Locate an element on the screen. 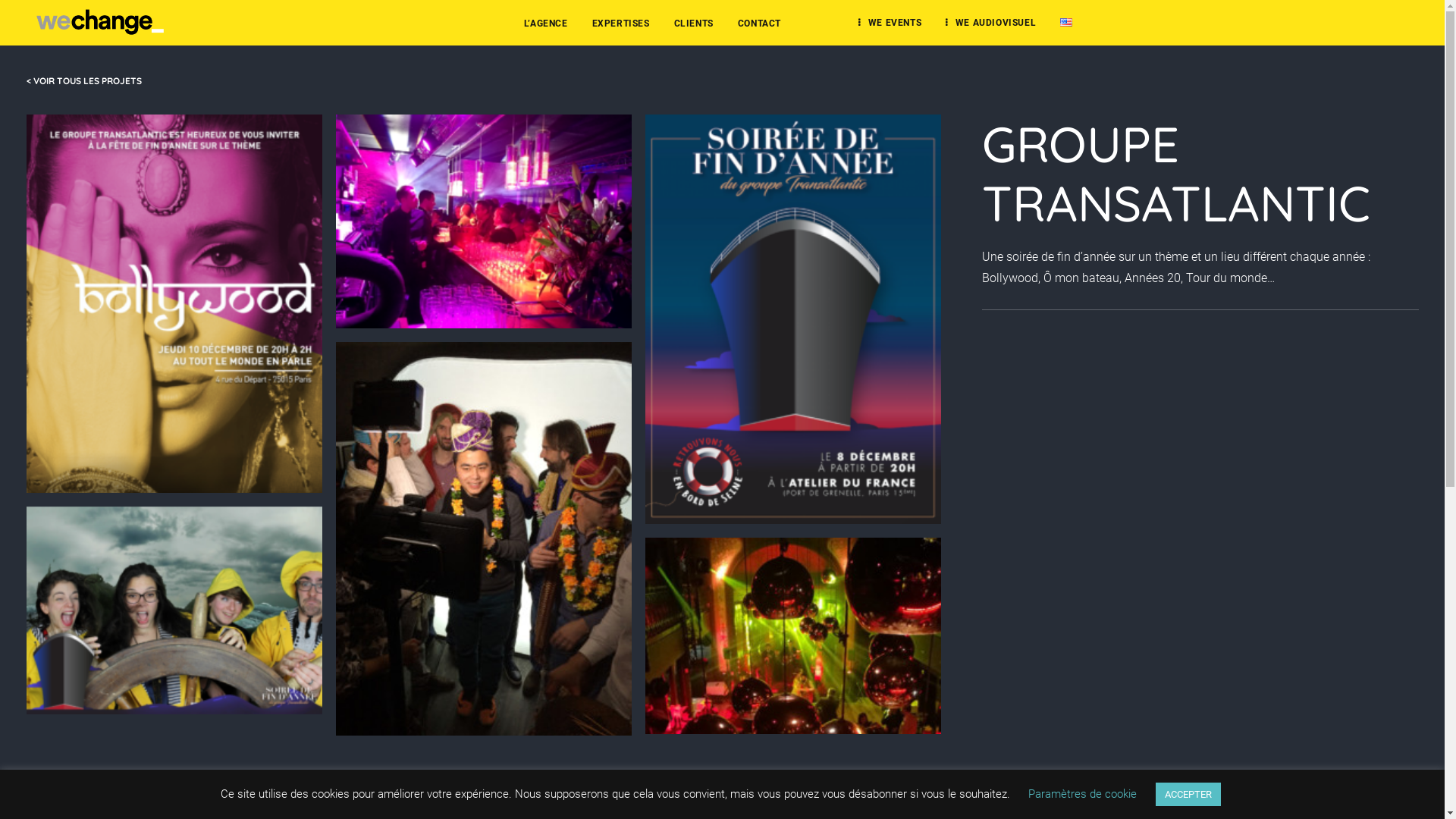 The image size is (1456, 819). 'CONTACT' is located at coordinates (759, 23).